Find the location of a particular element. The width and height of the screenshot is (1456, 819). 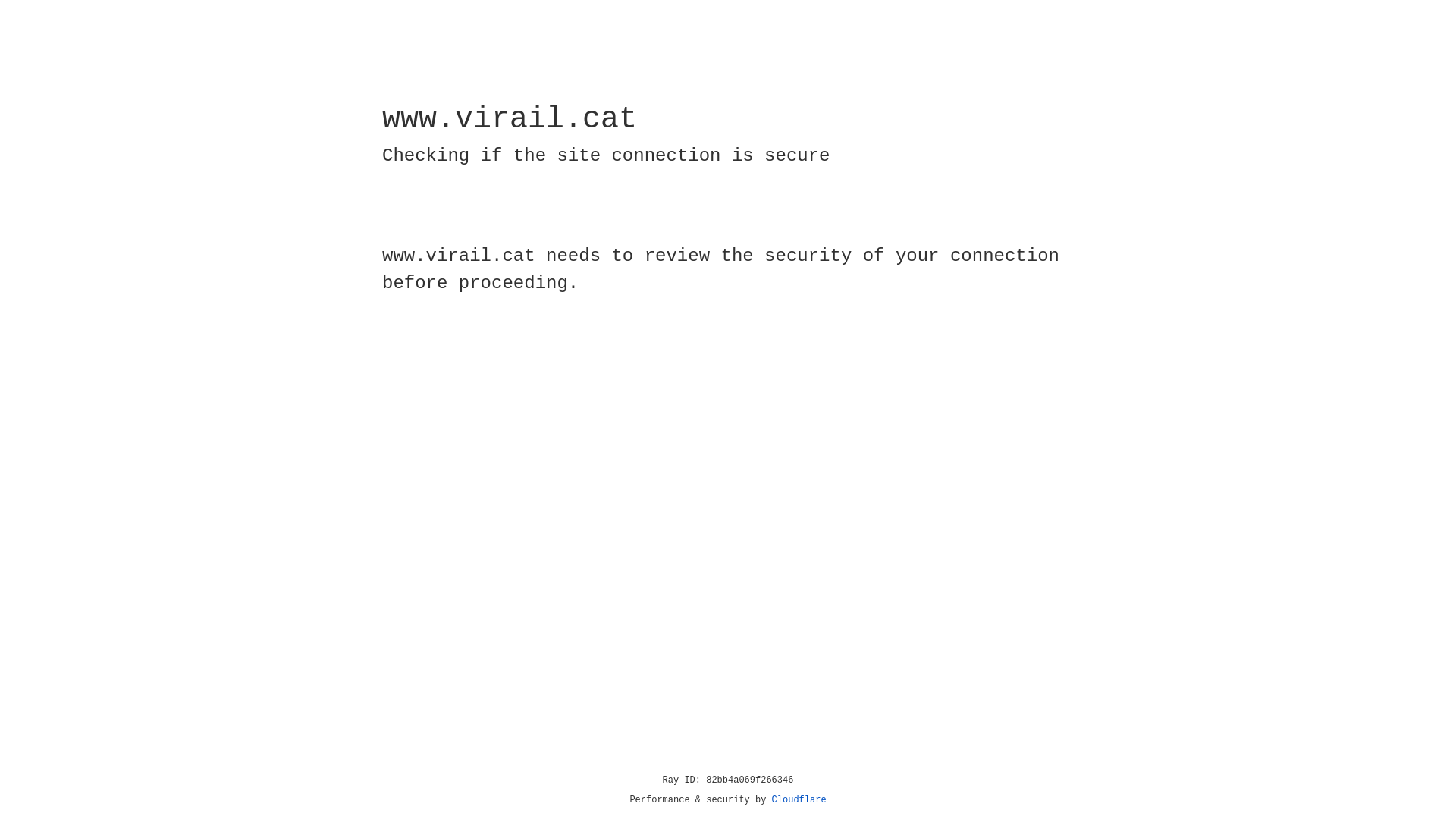

'Cloudflare' is located at coordinates (771, 799).